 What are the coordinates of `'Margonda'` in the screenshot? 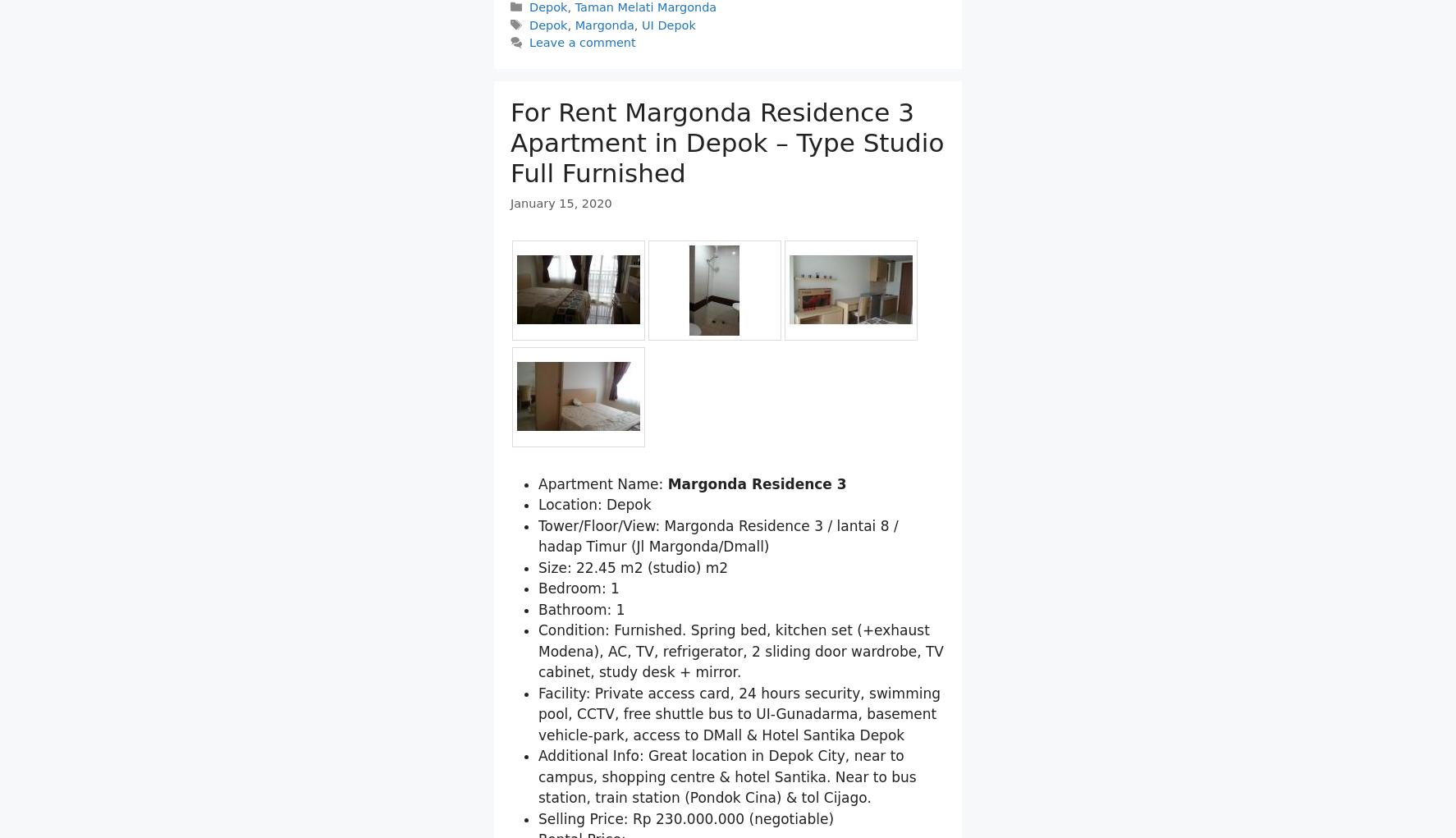 It's located at (603, 109).